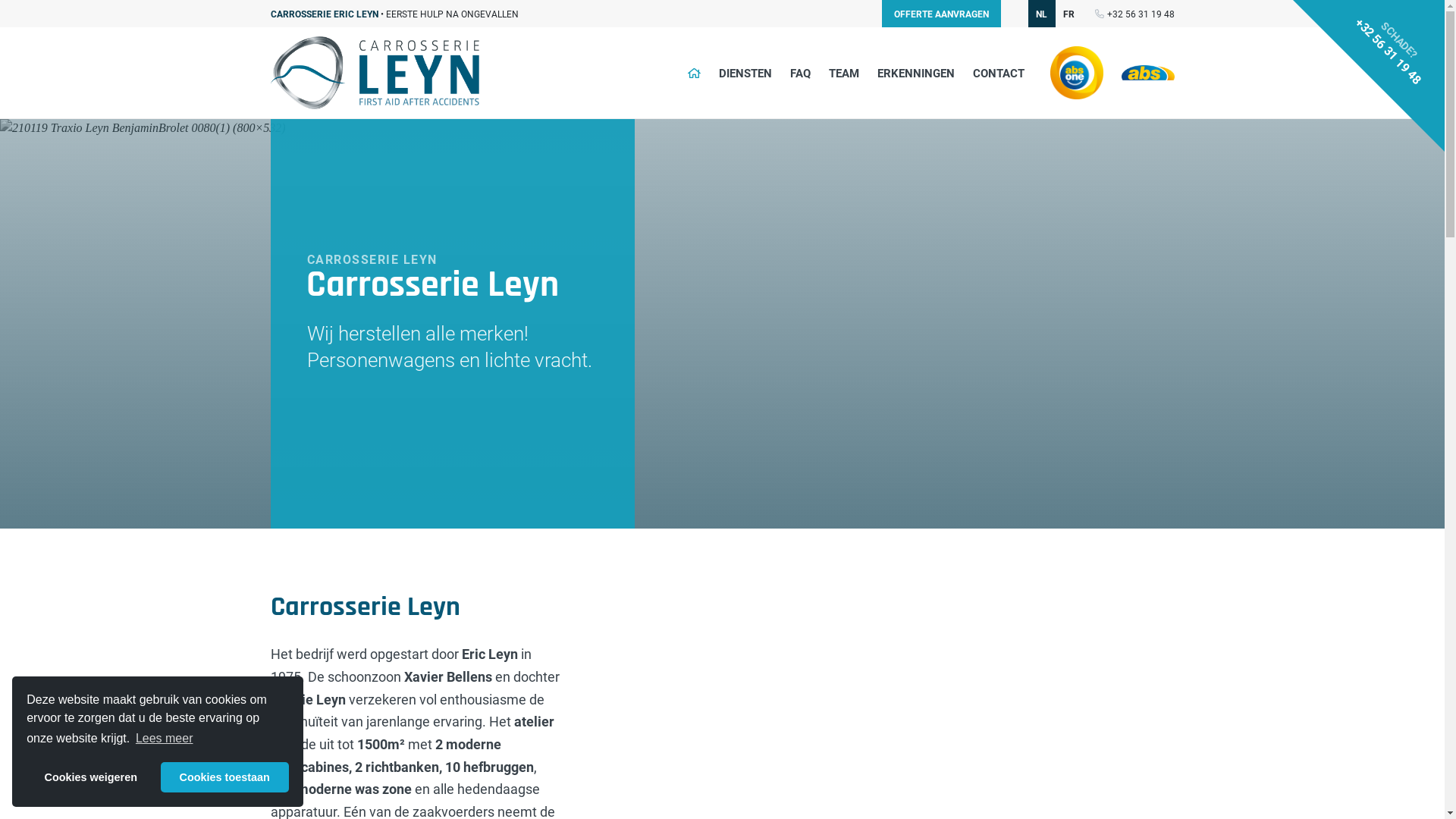 The image size is (1456, 819). Describe the element at coordinates (224, 777) in the screenshot. I see `'Cookies toestaan'` at that location.